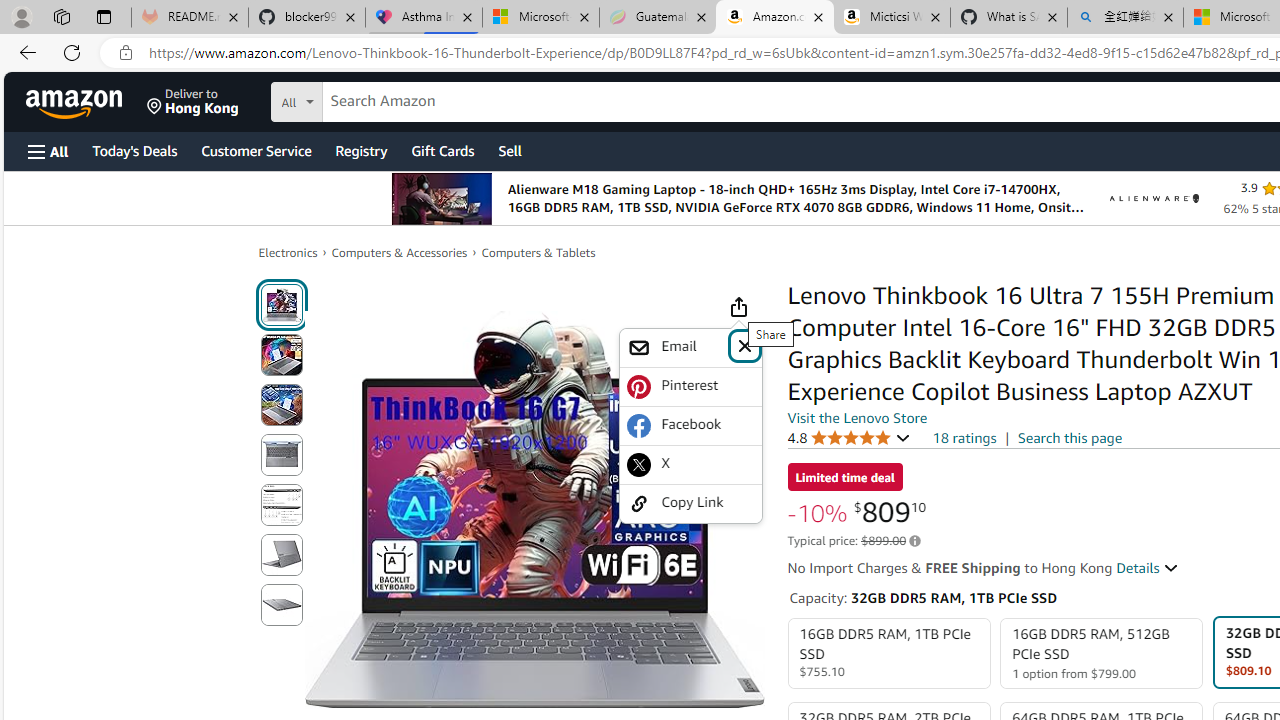  What do you see at coordinates (690, 387) in the screenshot?
I see `'Pinterest'` at bounding box center [690, 387].